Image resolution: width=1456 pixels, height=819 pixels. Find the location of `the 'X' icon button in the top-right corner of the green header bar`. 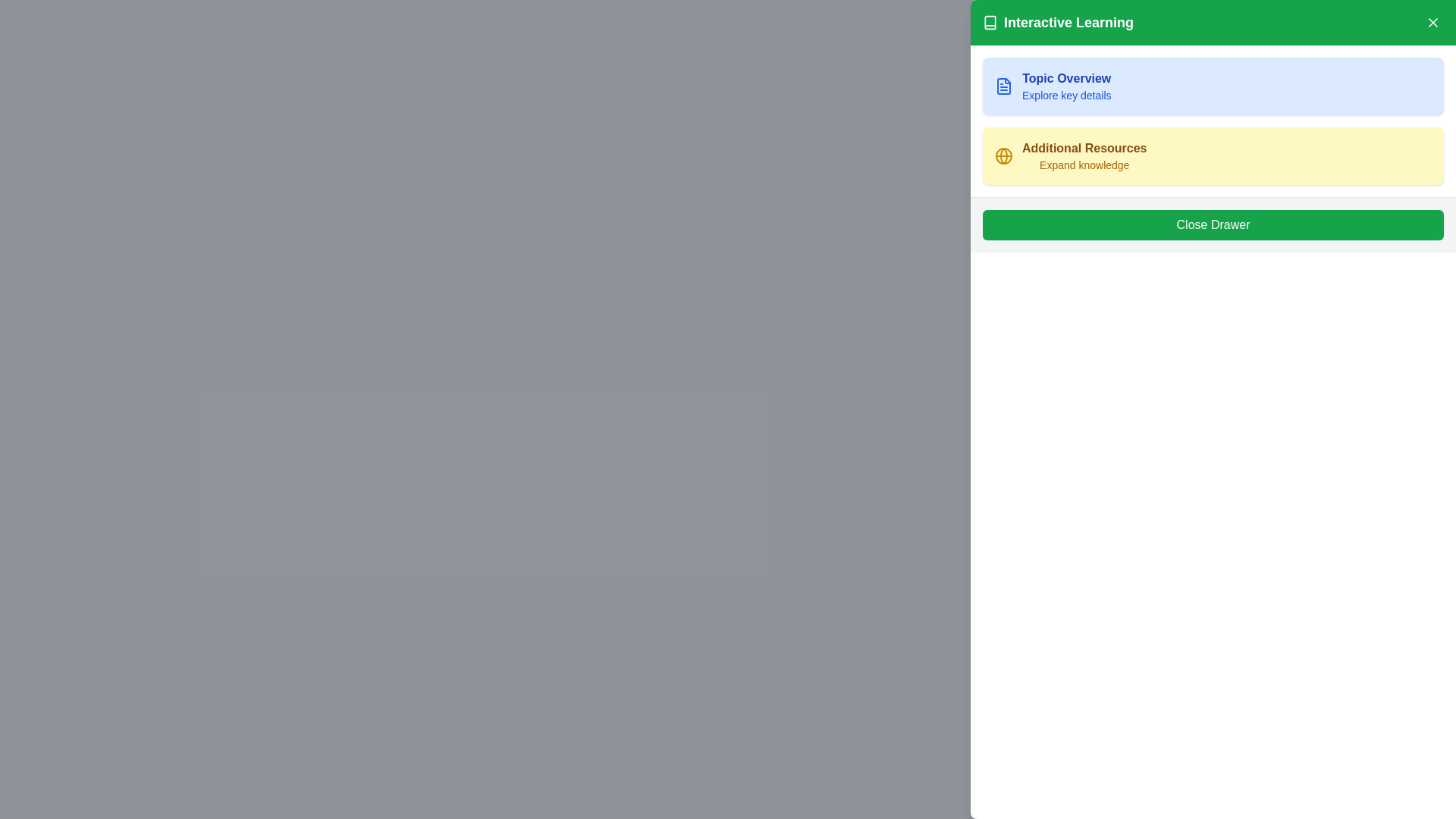

the 'X' icon button in the top-right corner of the green header bar is located at coordinates (1432, 23).